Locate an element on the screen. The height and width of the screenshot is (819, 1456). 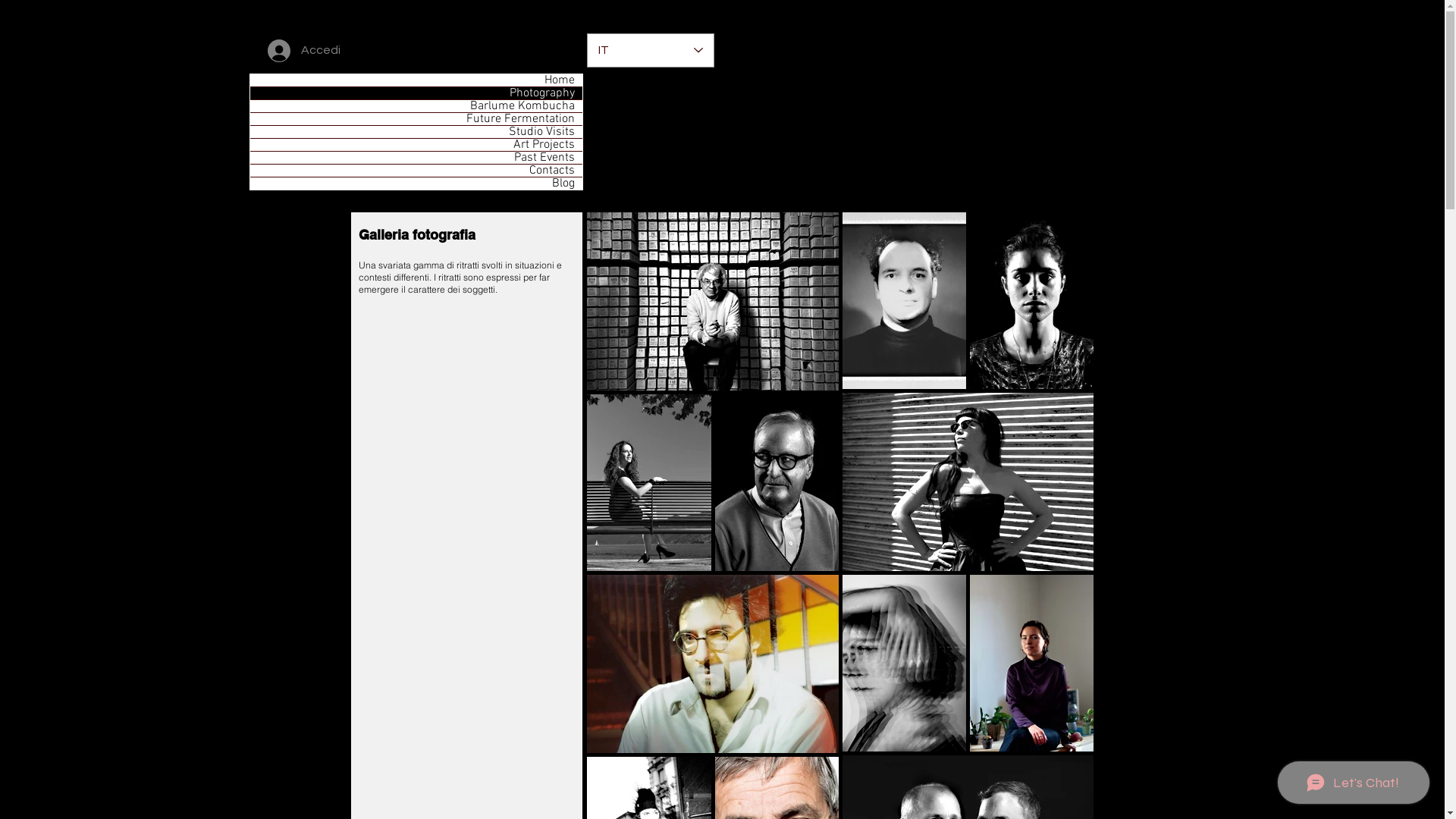
'Home' is located at coordinates (416, 80).